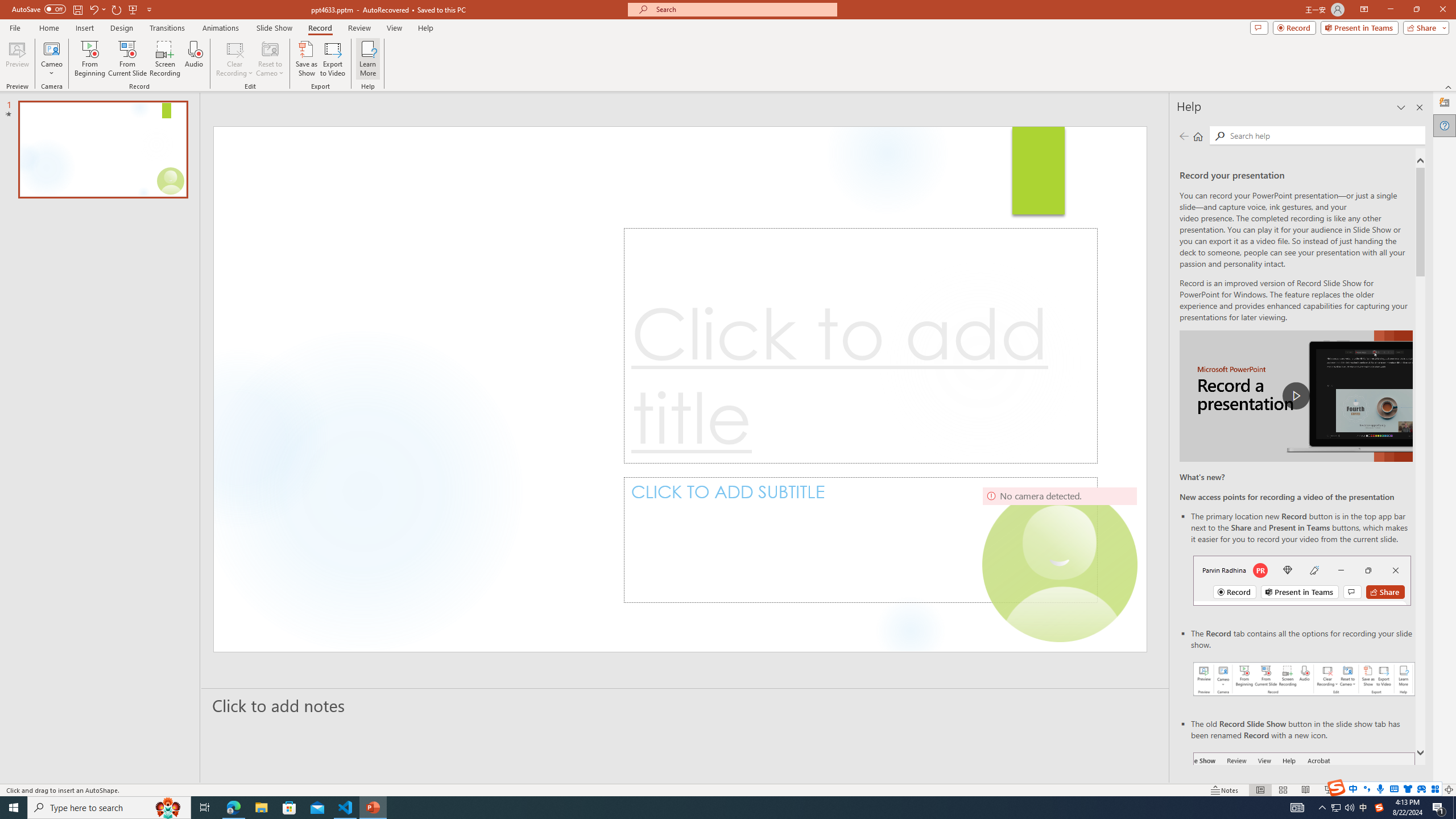  Describe the element at coordinates (306, 59) in the screenshot. I see `'Save as Show'` at that location.